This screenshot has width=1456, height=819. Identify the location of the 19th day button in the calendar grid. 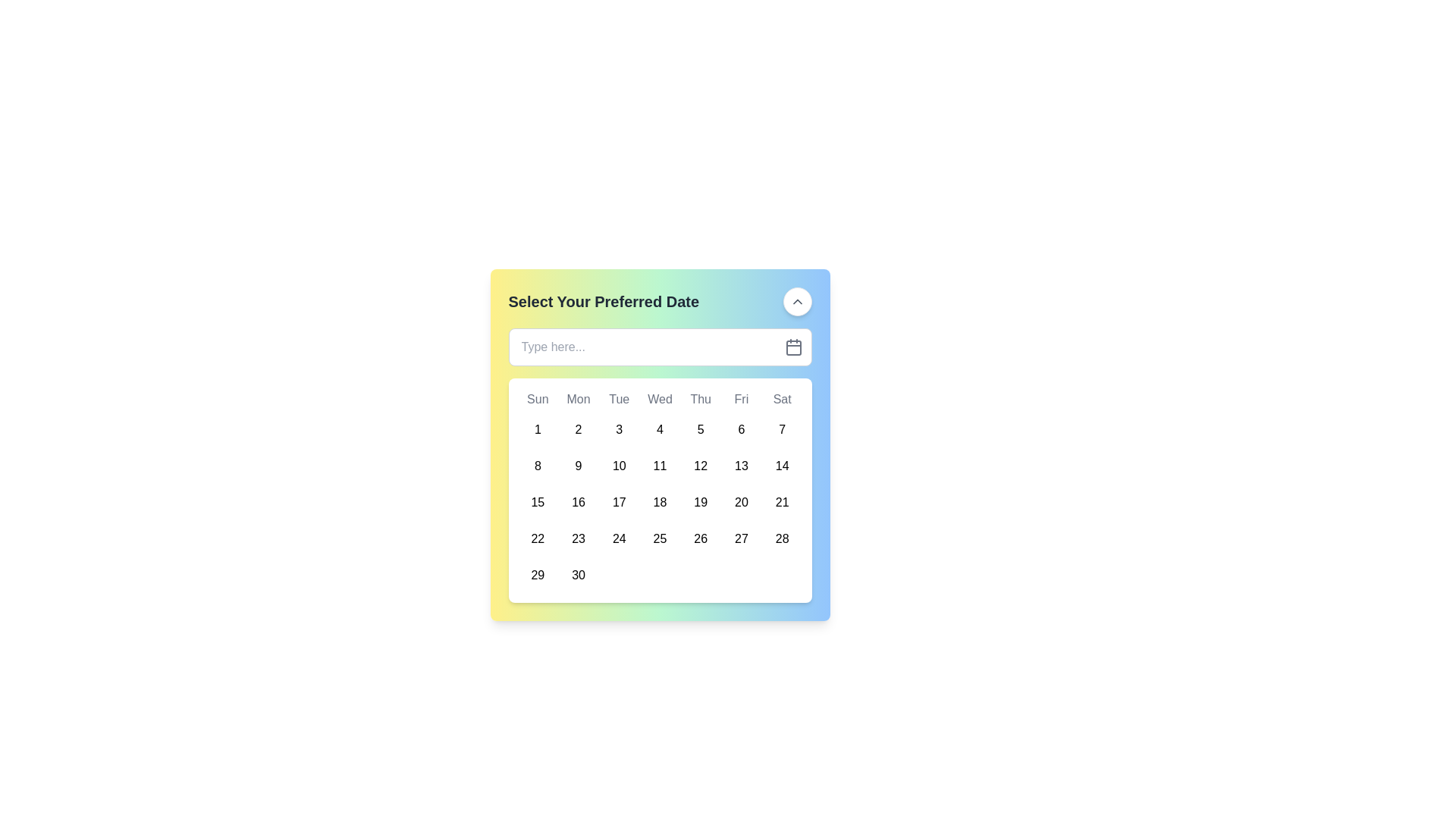
(700, 503).